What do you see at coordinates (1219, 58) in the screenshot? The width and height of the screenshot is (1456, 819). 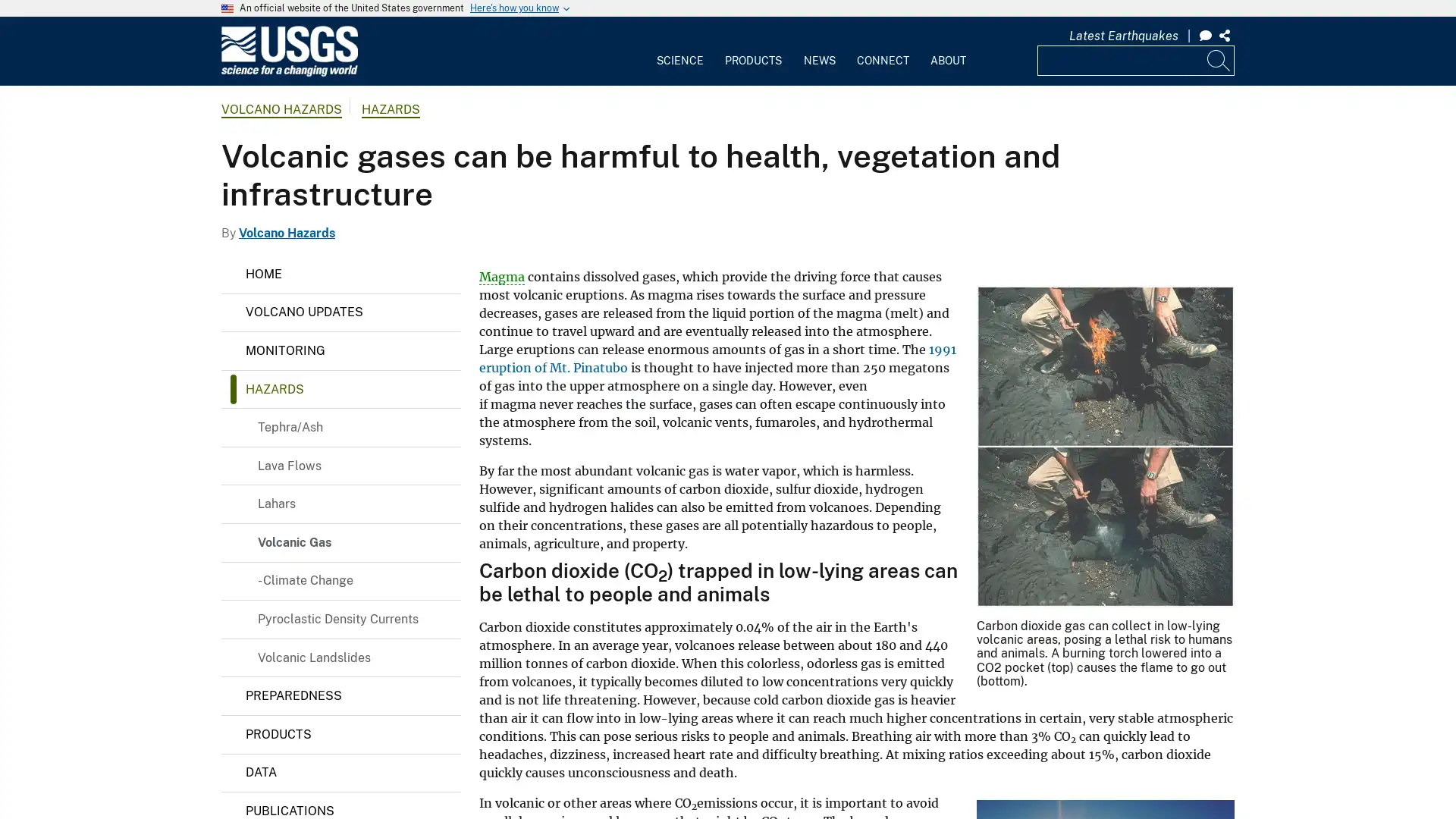 I see `Input` at bounding box center [1219, 58].